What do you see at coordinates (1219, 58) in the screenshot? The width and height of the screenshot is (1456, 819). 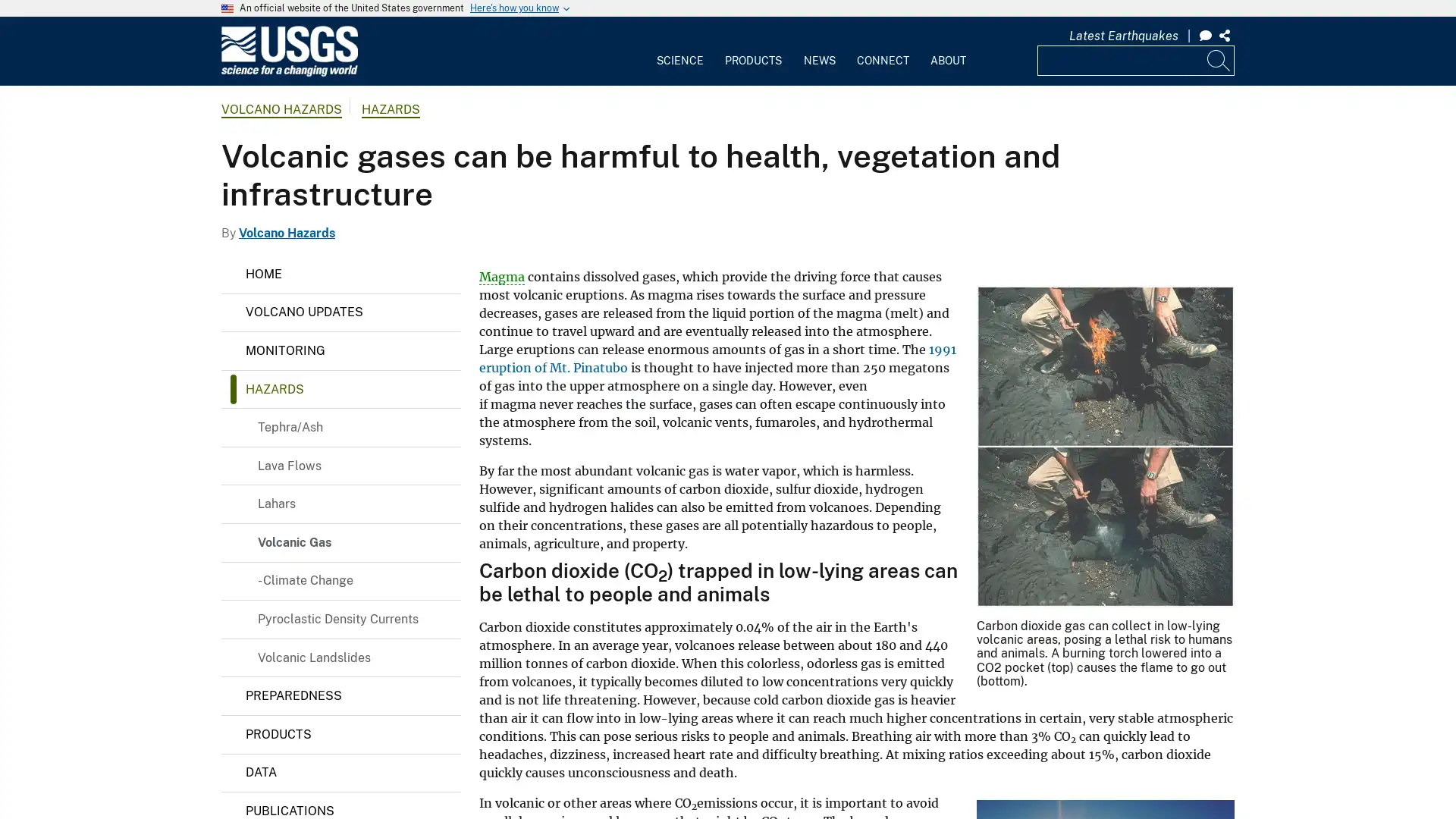 I see `Input` at bounding box center [1219, 58].